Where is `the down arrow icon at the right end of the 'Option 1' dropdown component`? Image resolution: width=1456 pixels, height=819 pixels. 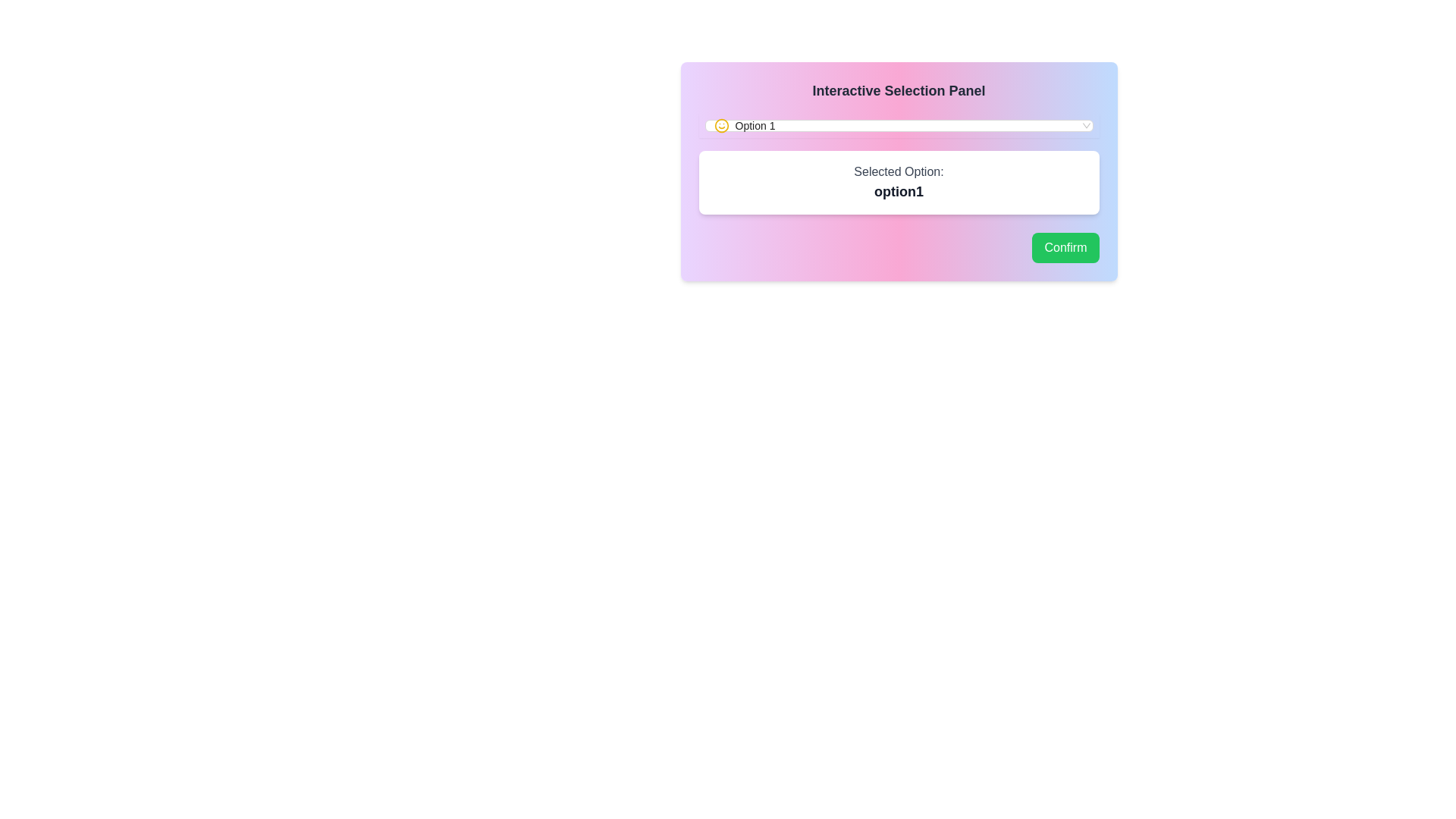 the down arrow icon at the right end of the 'Option 1' dropdown component is located at coordinates (1085, 124).